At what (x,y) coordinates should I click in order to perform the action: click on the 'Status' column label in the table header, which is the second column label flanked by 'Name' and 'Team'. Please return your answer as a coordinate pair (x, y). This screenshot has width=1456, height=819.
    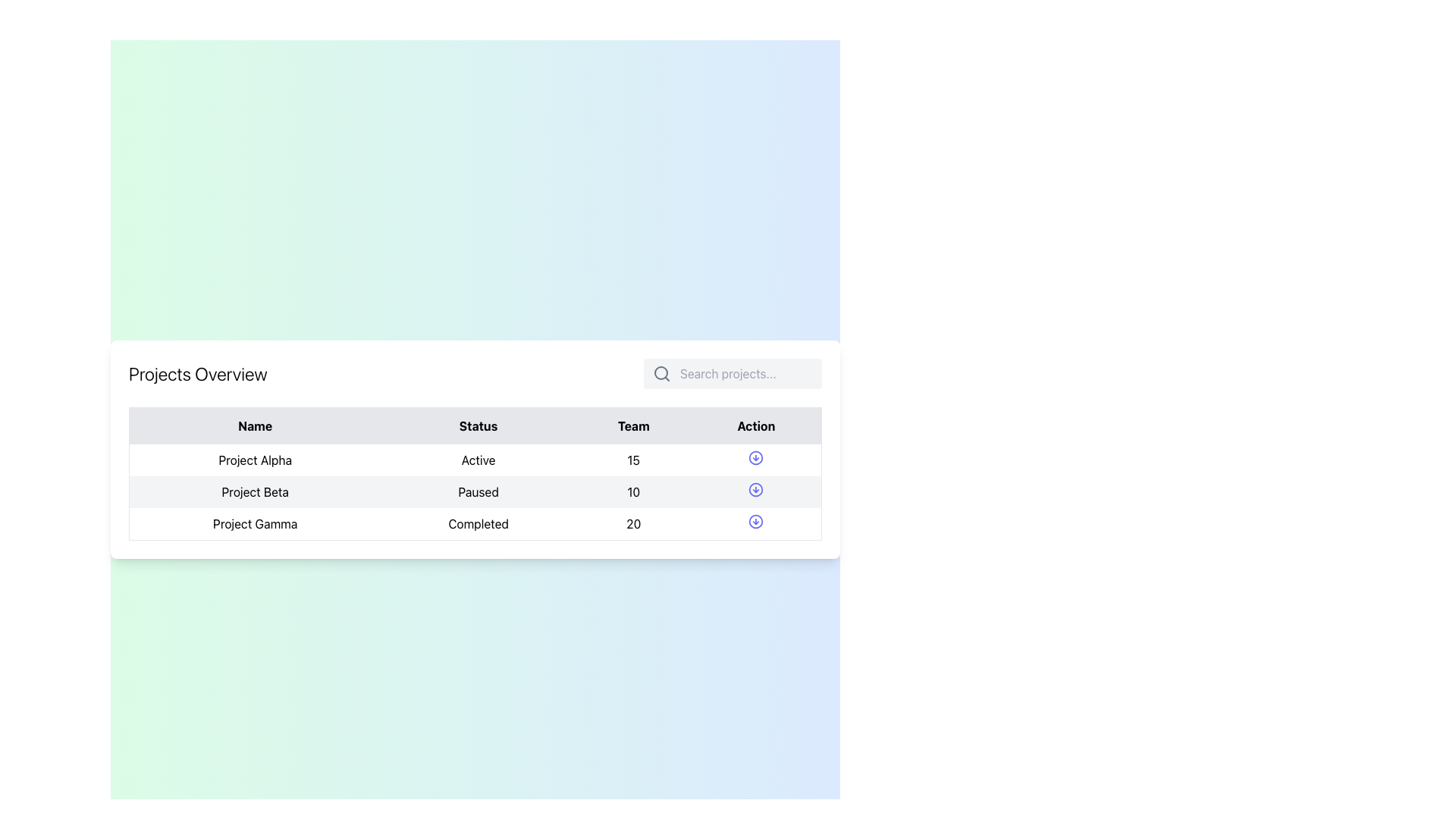
    Looking at the image, I should click on (478, 425).